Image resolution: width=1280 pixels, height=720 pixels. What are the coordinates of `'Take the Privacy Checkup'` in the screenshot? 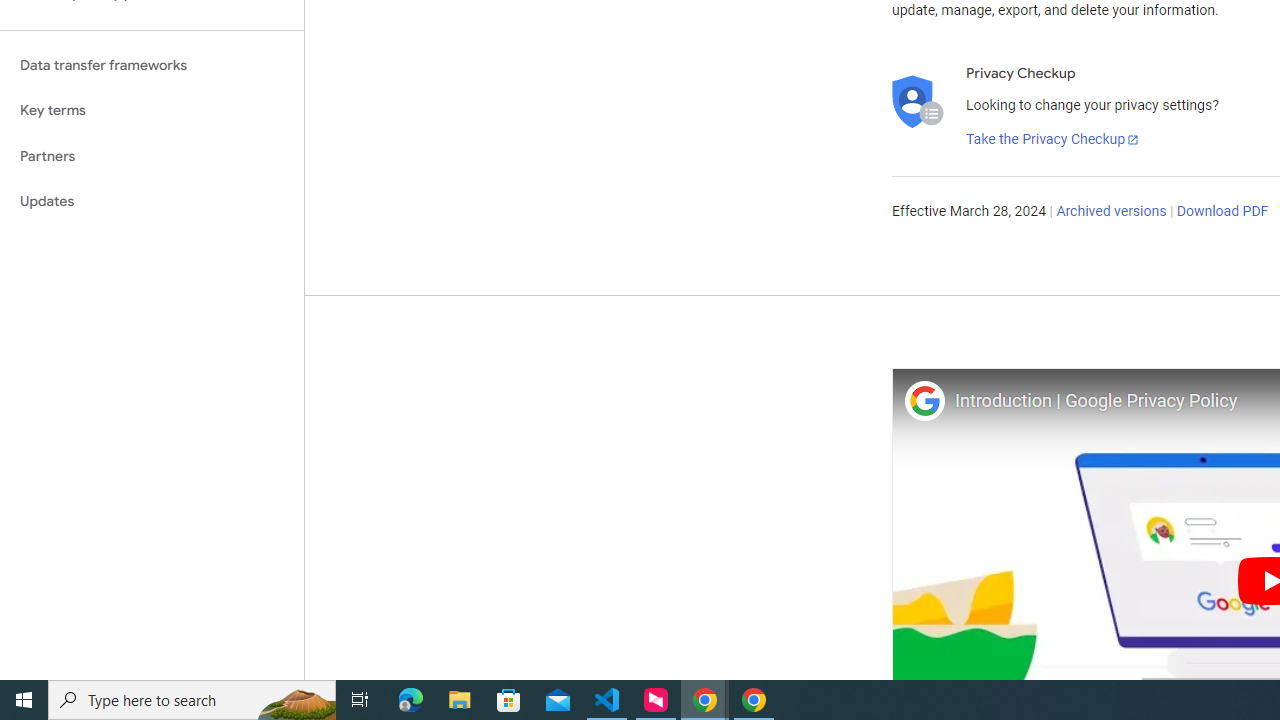 It's located at (1052, 139).